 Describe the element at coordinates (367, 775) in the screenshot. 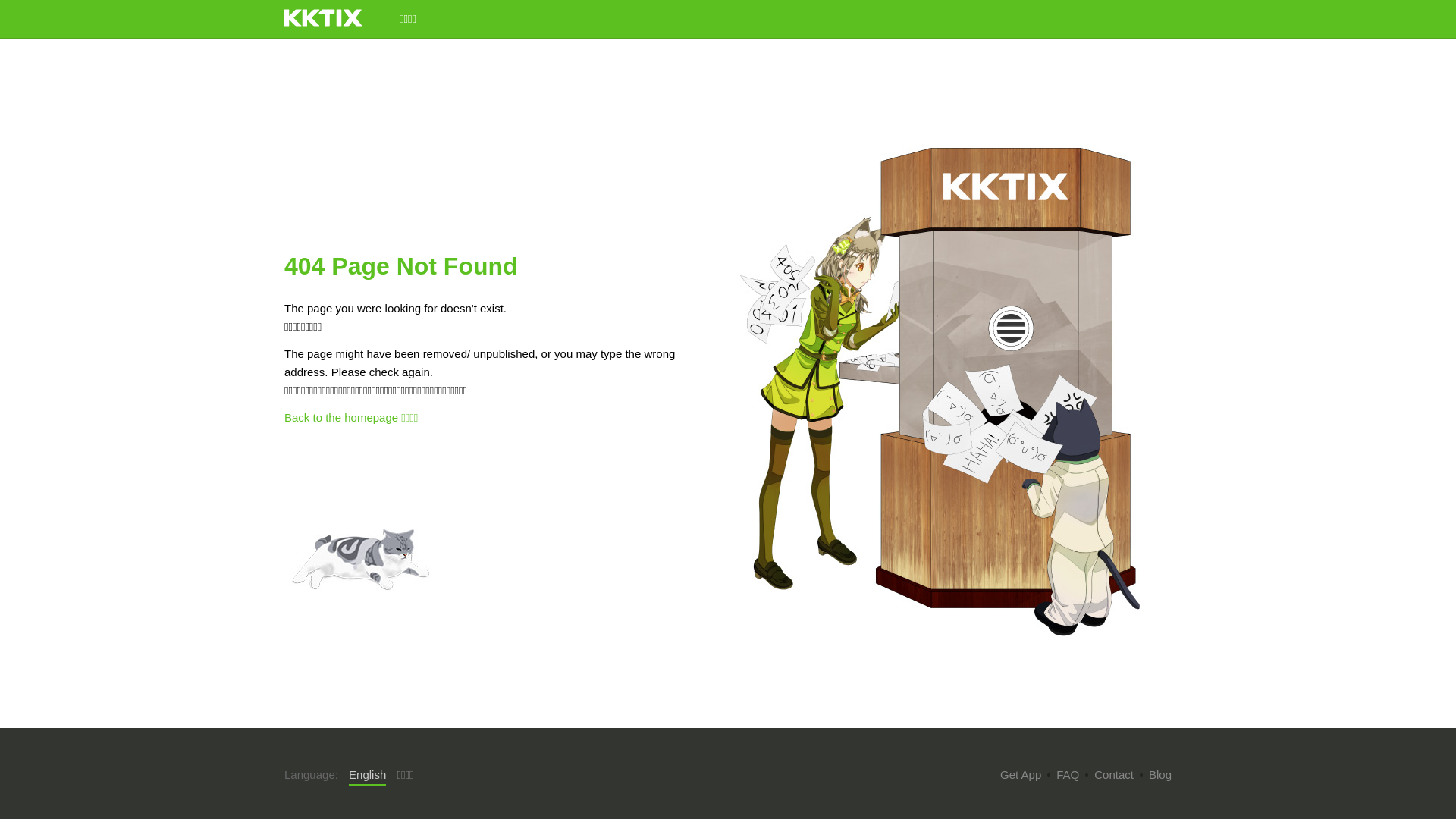

I see `'English'` at that location.